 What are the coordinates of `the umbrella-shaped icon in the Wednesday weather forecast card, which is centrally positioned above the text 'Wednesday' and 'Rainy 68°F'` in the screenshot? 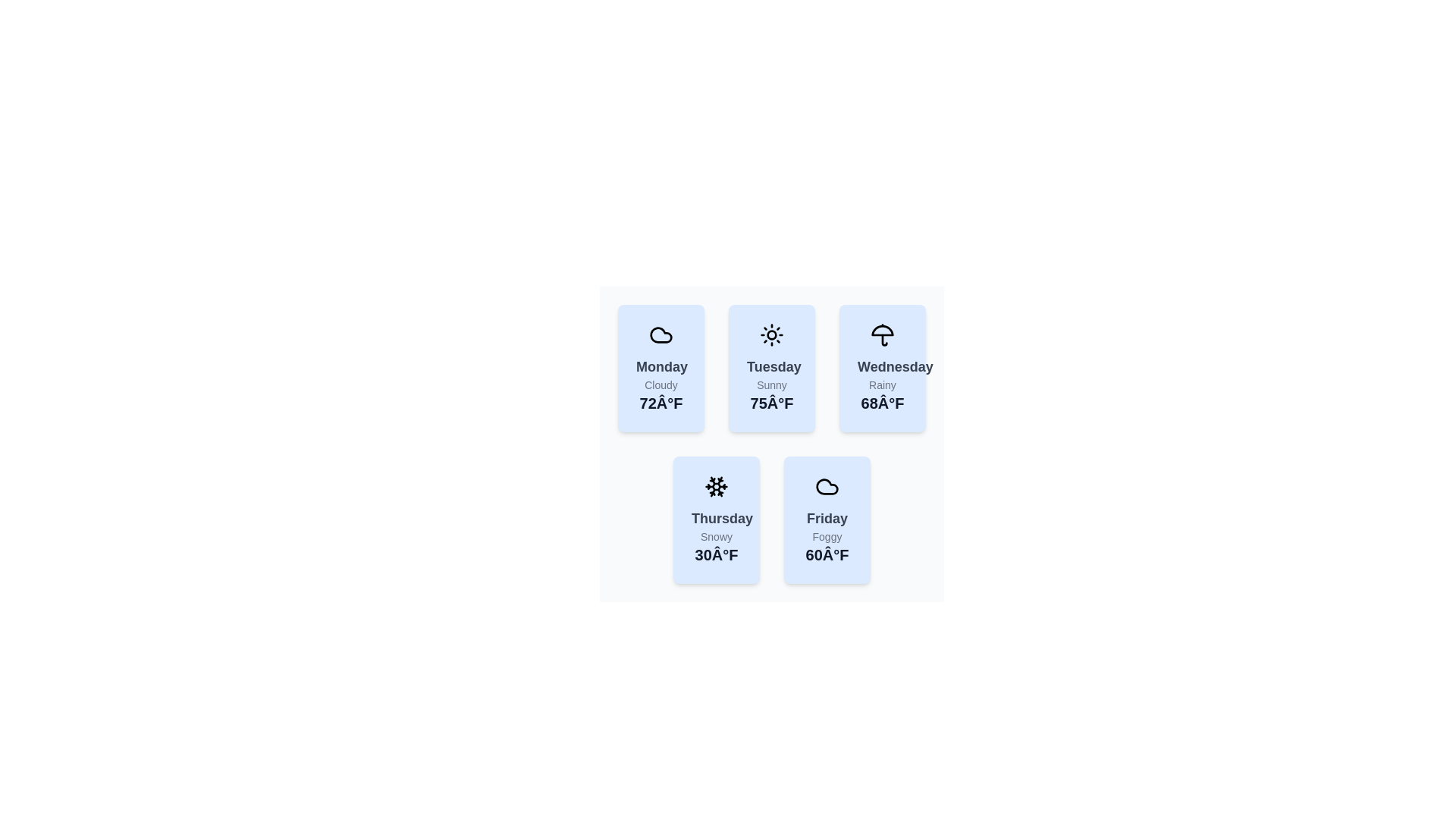 It's located at (882, 334).